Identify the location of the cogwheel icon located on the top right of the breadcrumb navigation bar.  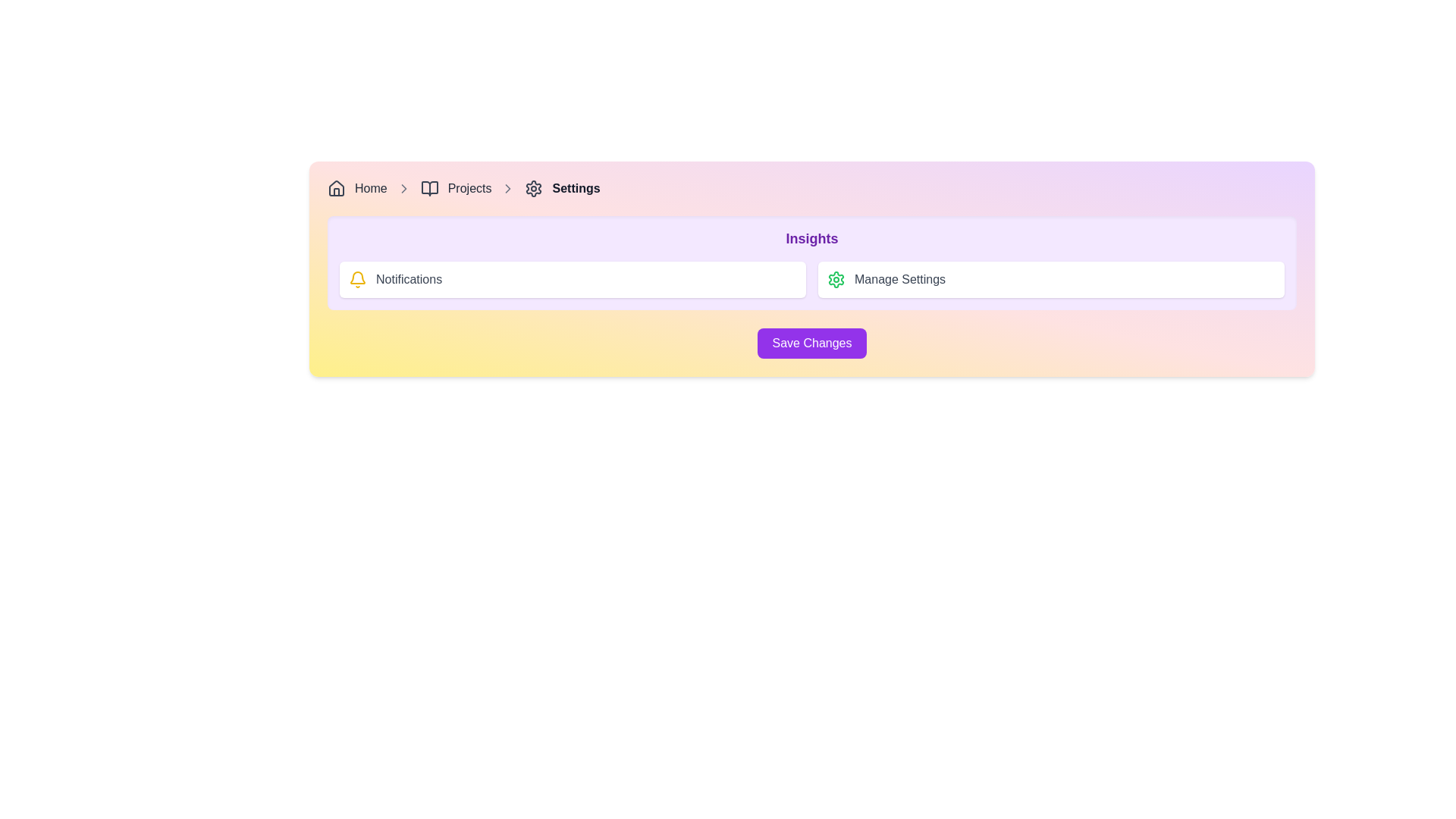
(836, 280).